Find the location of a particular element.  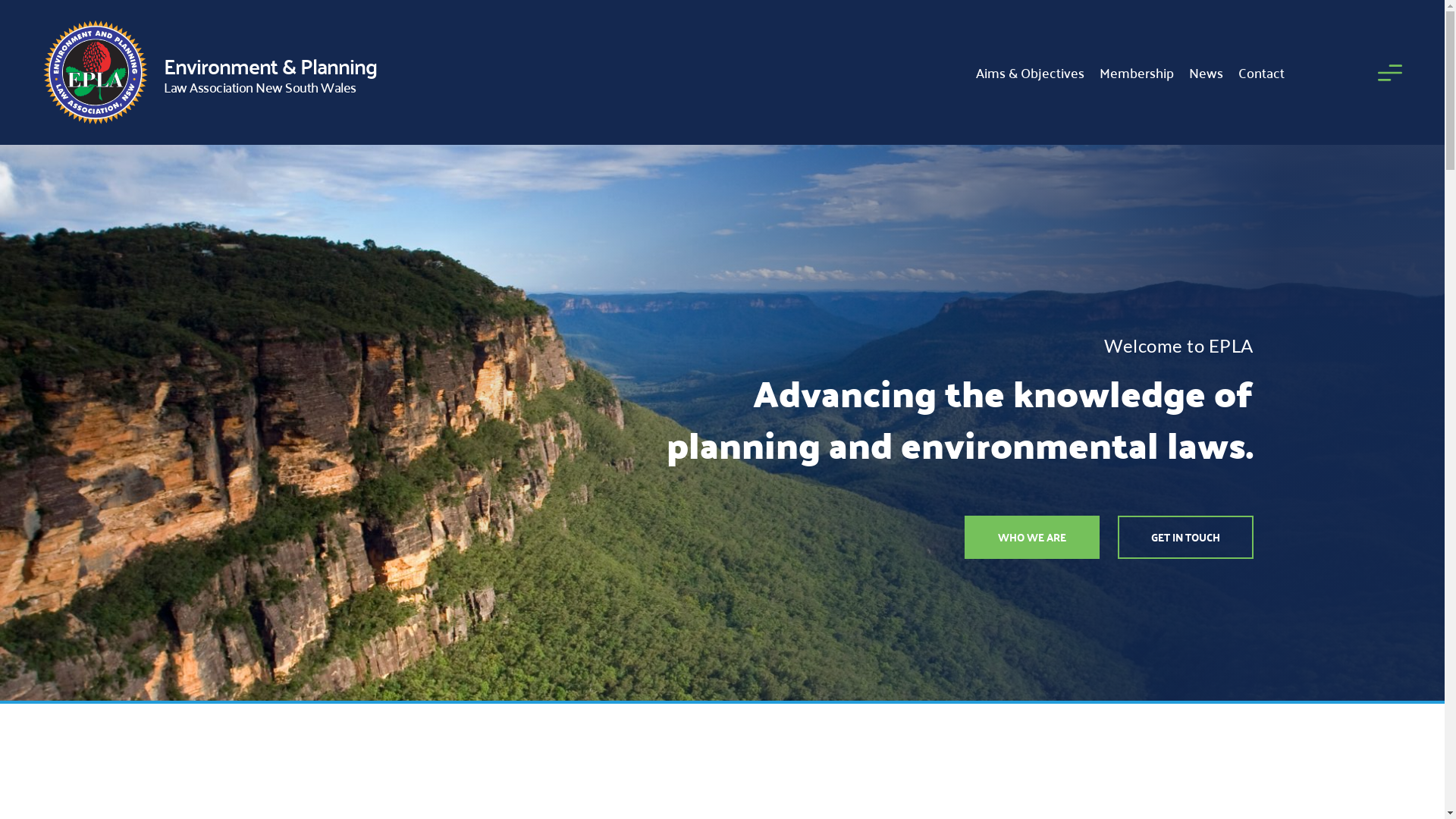

'GET IN TOUCH' is located at coordinates (1185, 536).